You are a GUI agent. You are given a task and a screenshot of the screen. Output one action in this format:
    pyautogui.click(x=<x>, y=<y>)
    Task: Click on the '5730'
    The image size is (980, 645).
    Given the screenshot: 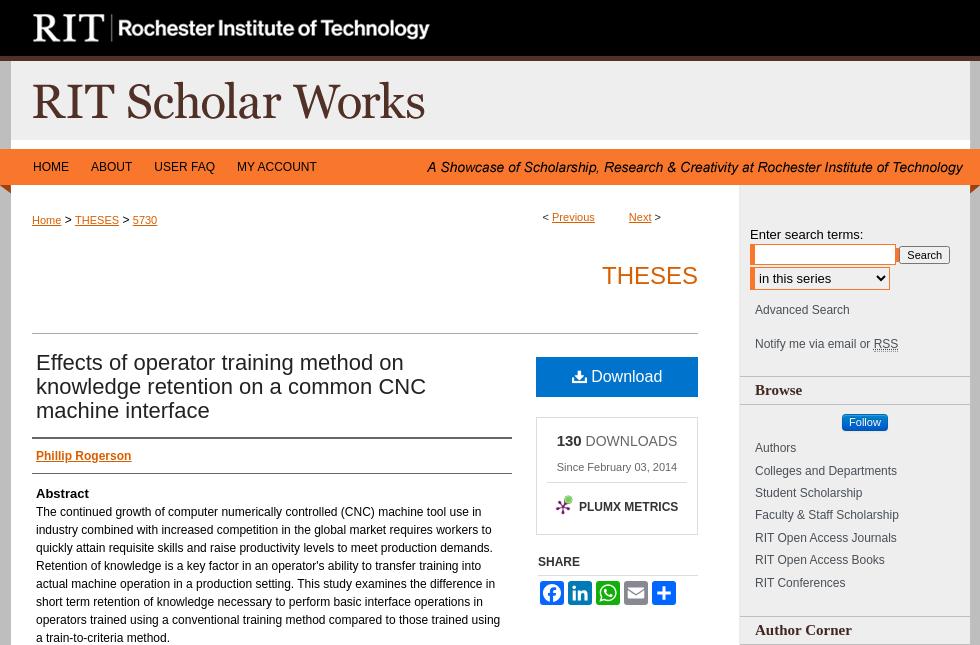 What is the action you would take?
    pyautogui.click(x=144, y=219)
    